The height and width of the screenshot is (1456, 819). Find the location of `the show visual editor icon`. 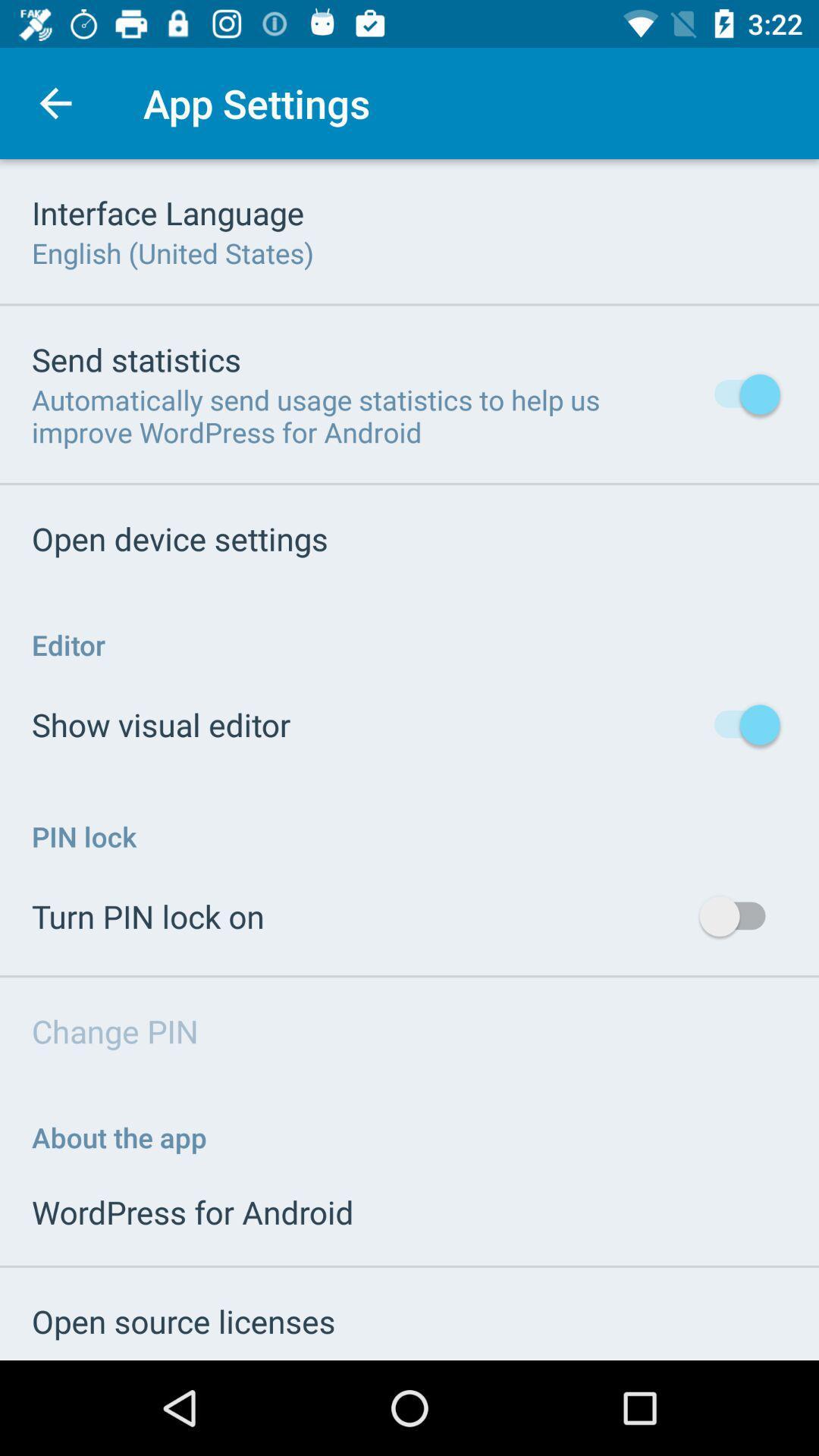

the show visual editor icon is located at coordinates (161, 723).